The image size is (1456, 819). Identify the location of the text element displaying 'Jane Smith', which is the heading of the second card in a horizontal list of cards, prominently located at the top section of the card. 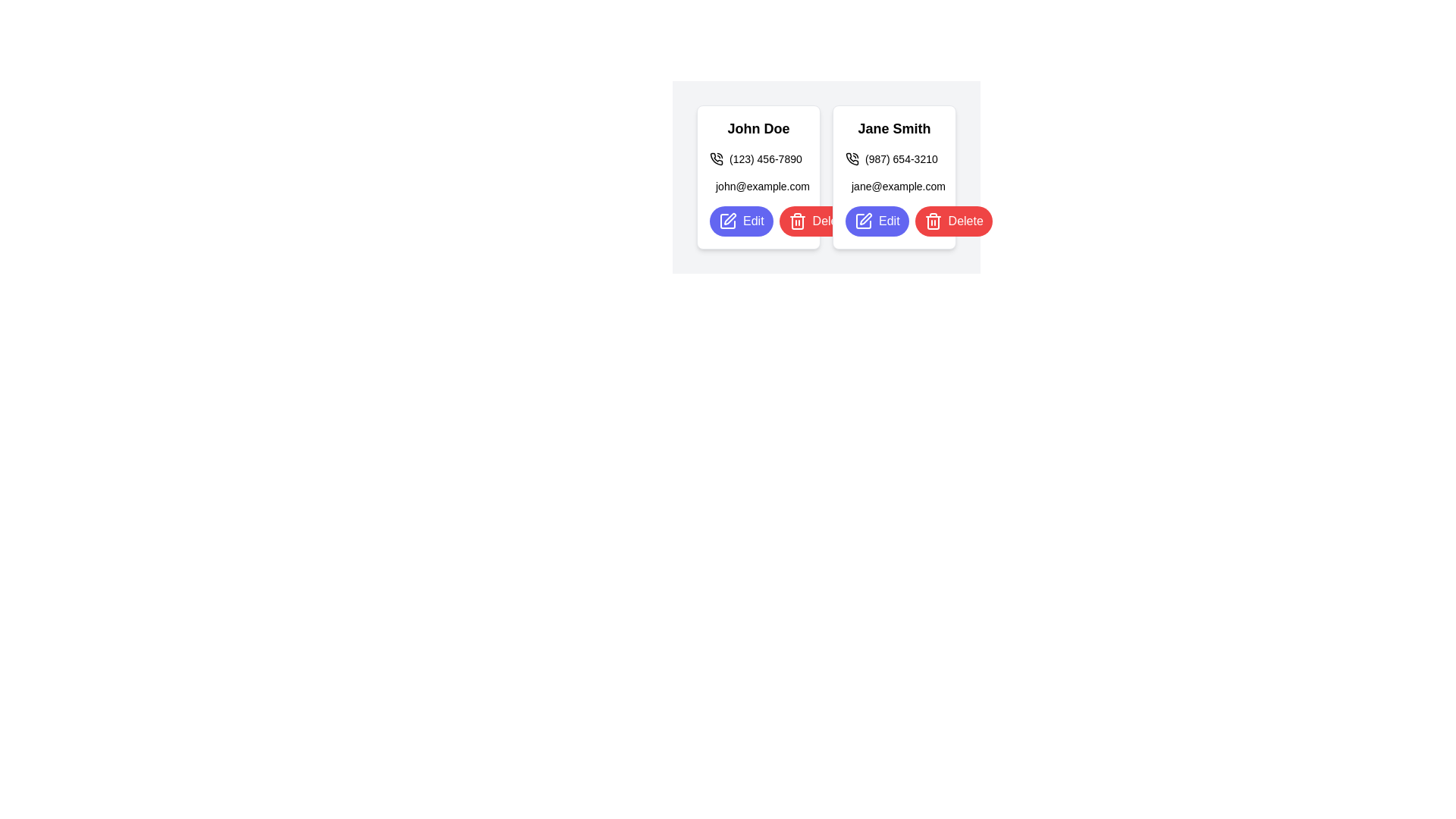
(894, 127).